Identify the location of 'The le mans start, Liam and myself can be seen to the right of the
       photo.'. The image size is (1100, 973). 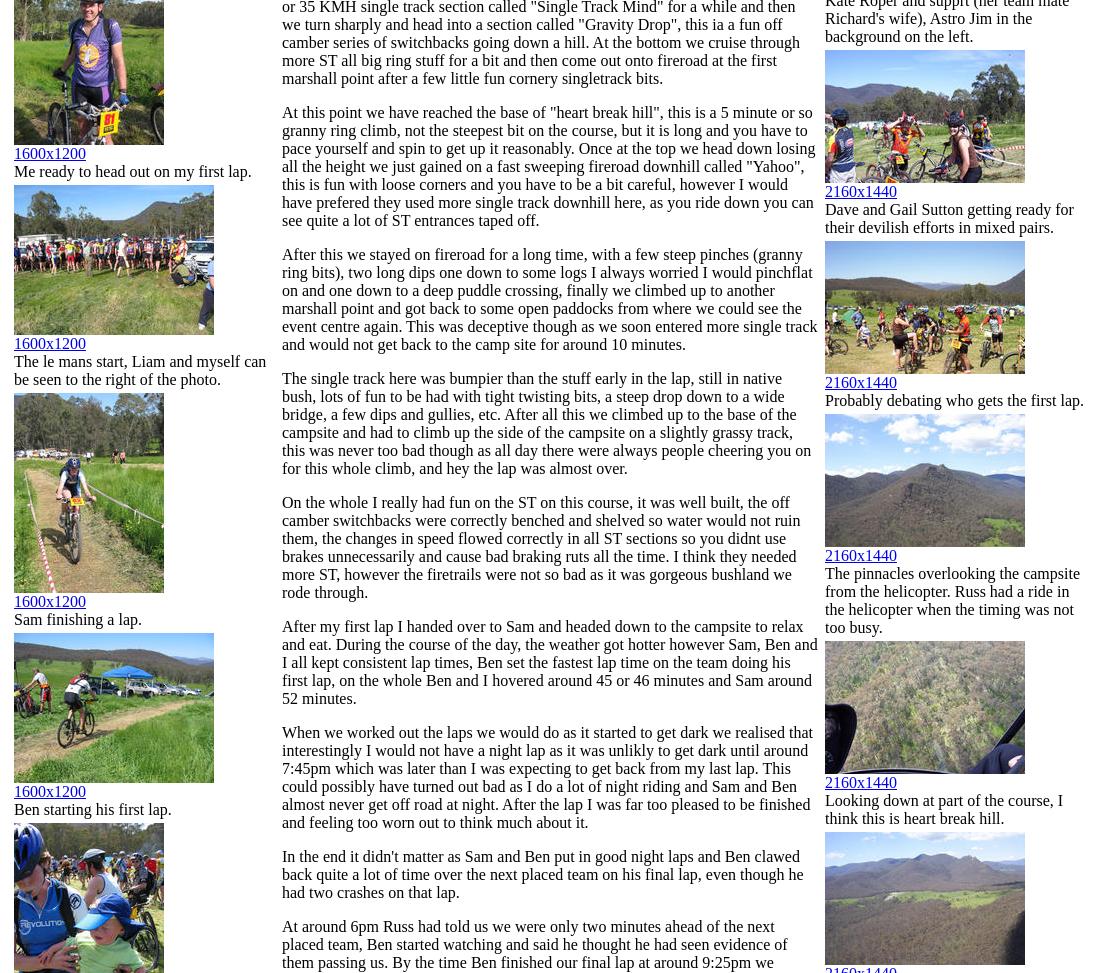
(139, 369).